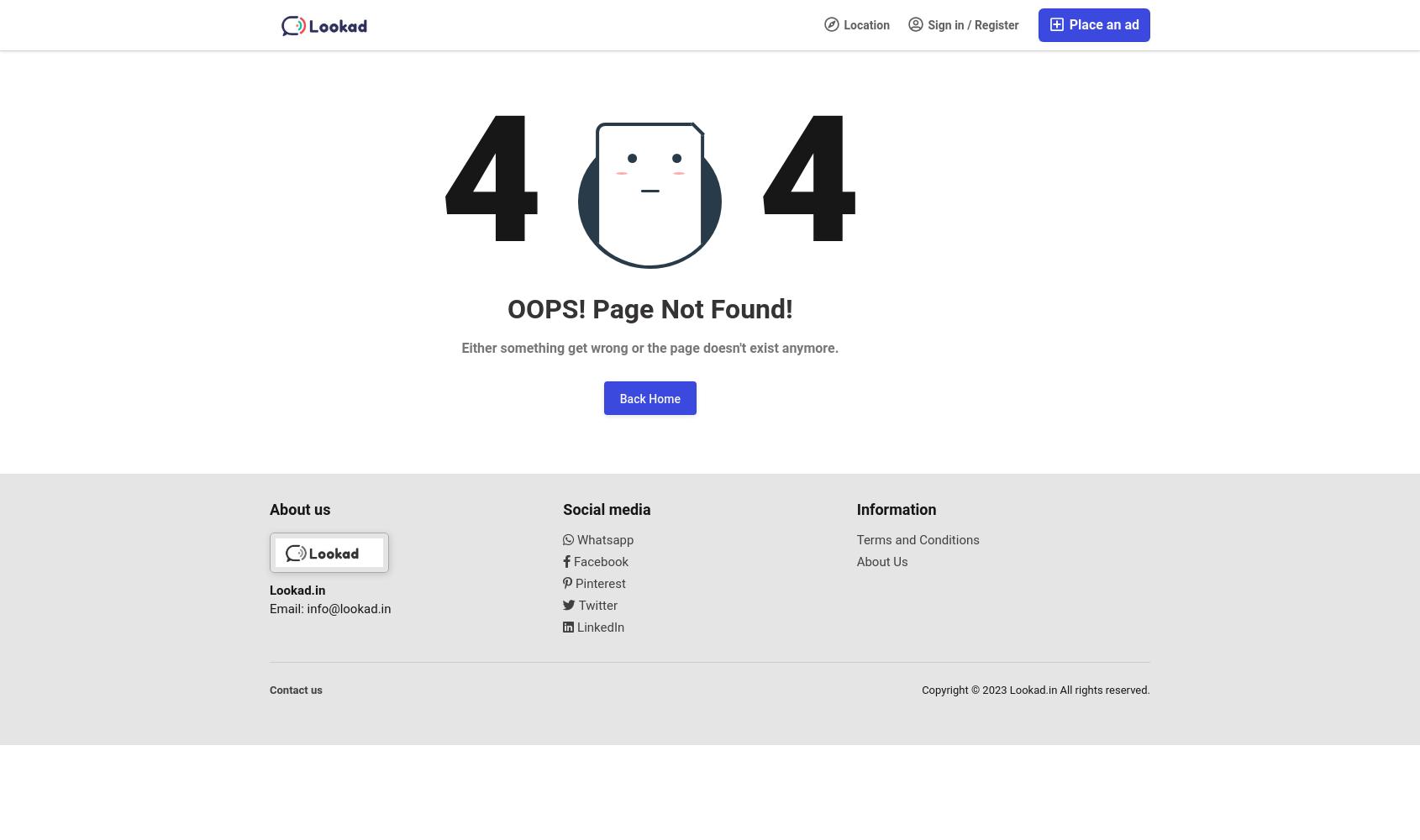  I want to click on 'Lookad.in', so click(297, 589).